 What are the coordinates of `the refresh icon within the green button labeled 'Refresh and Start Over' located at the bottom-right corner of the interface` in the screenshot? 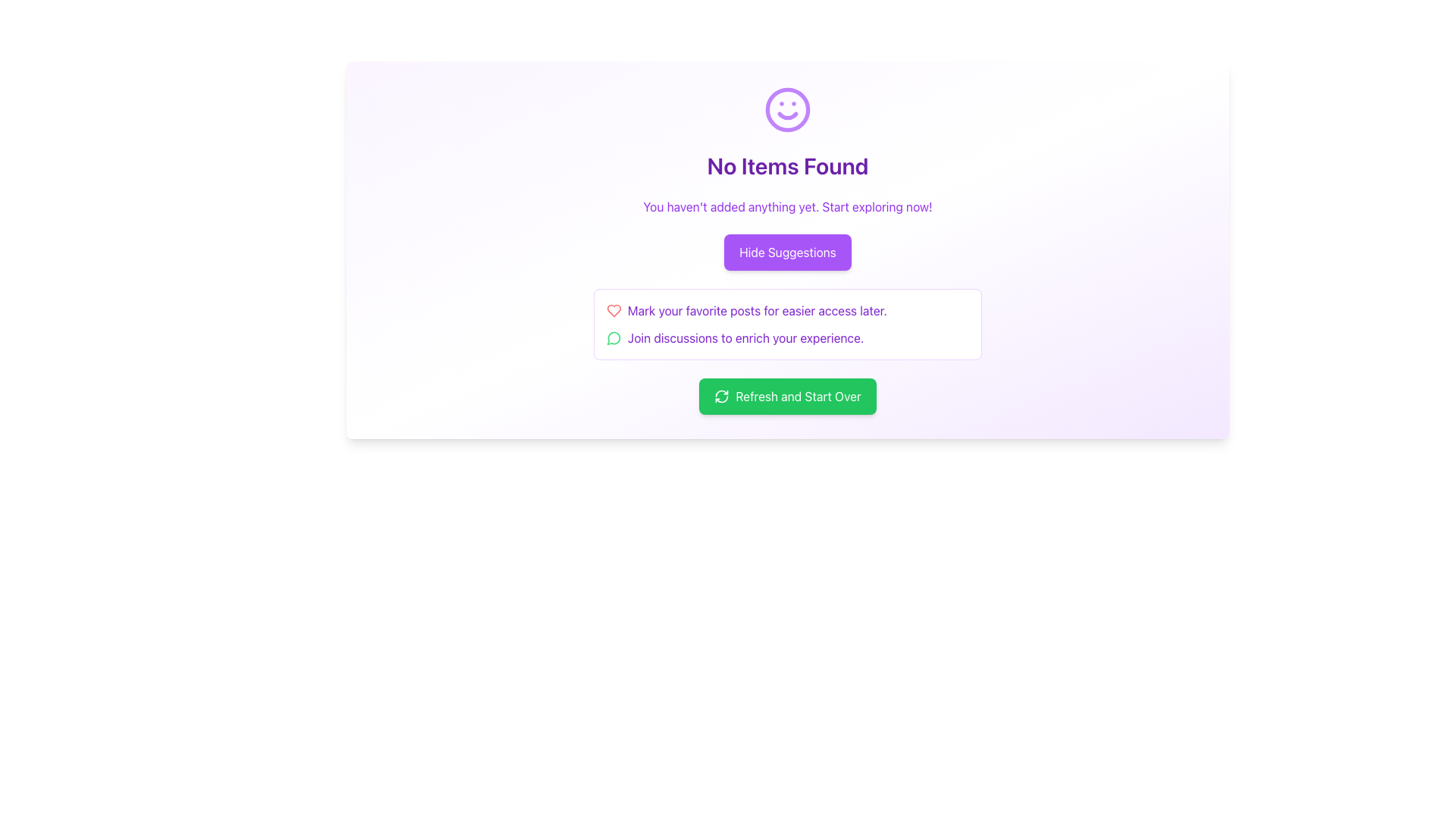 It's located at (721, 396).